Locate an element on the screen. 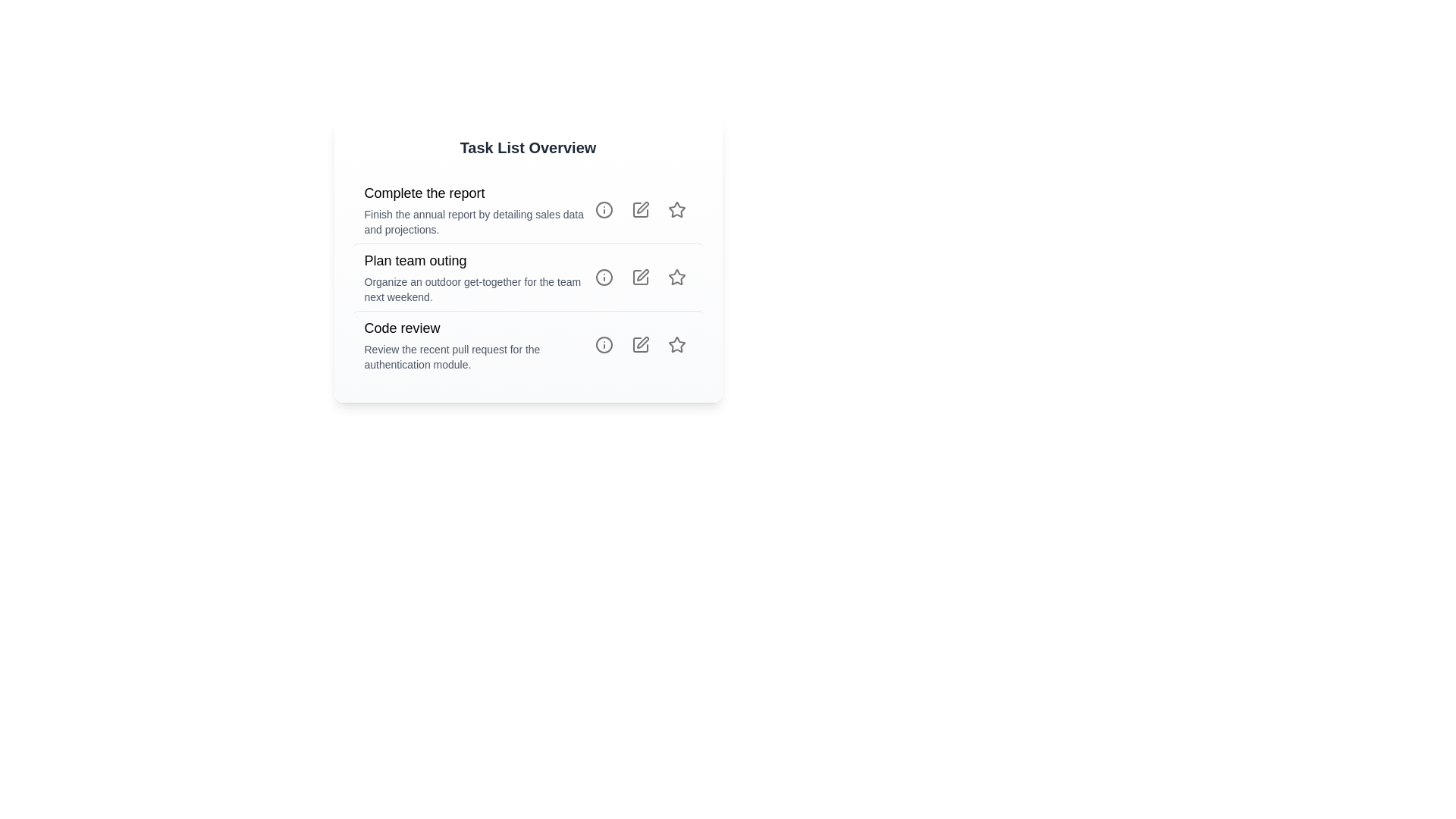 This screenshot has width=1456, height=819. the SVG Circle that serves as a visual indicator for the task, located adjacent to the 'Complete the report' text is located at coordinates (603, 210).